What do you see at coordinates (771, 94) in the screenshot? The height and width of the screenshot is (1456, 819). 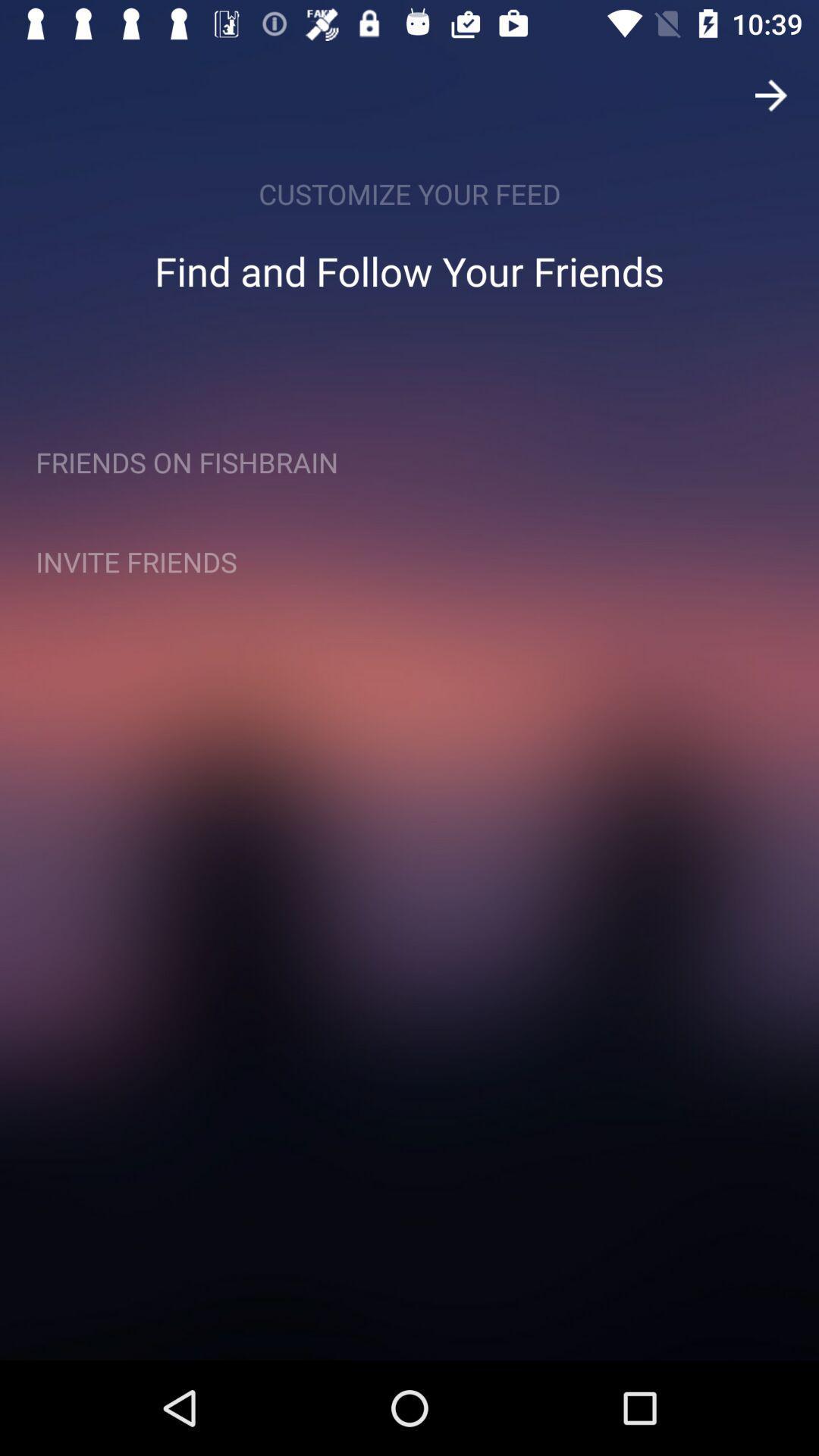 I see `show feed` at bounding box center [771, 94].